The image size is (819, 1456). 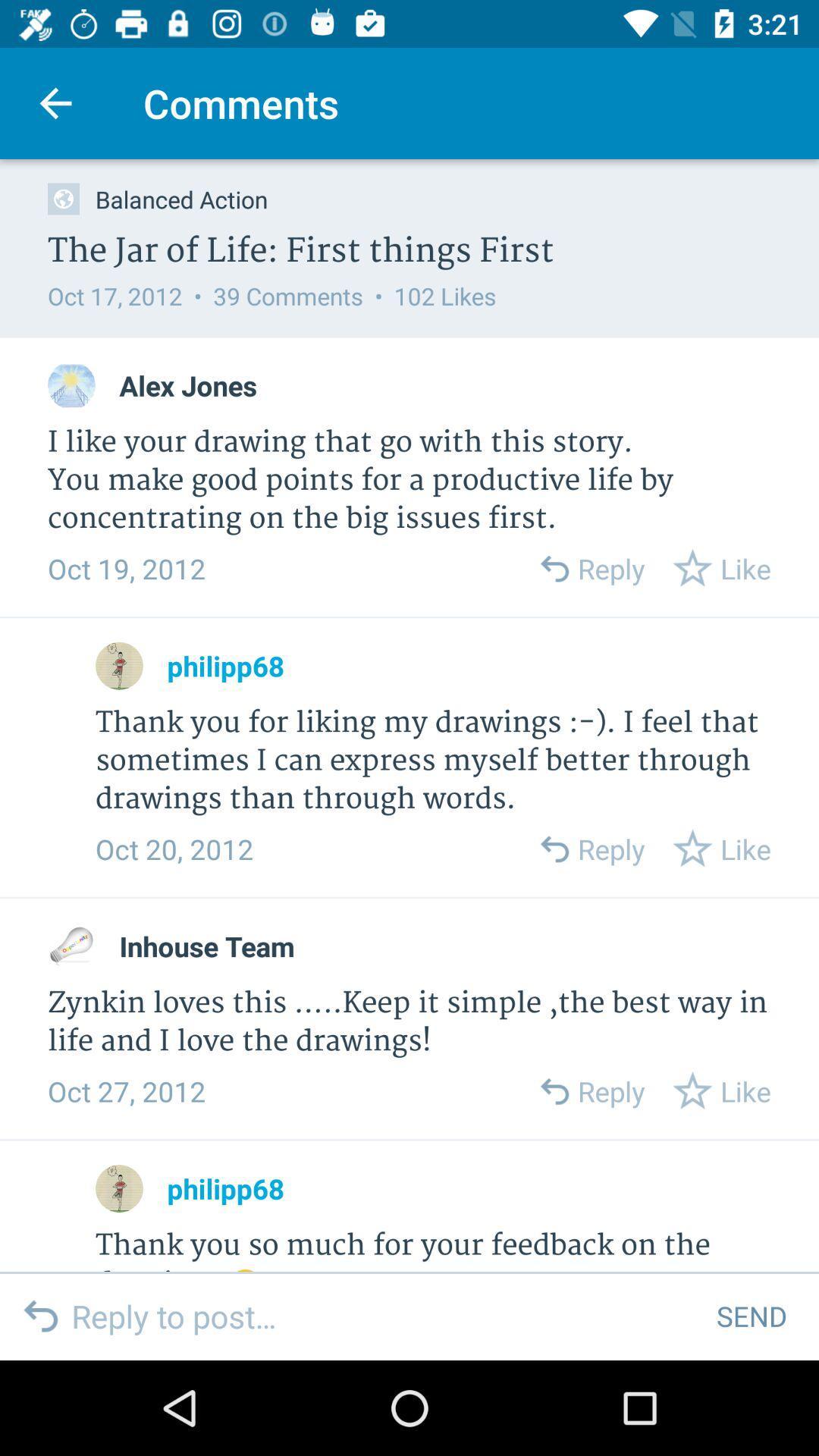 What do you see at coordinates (554, 848) in the screenshot?
I see `previous` at bounding box center [554, 848].